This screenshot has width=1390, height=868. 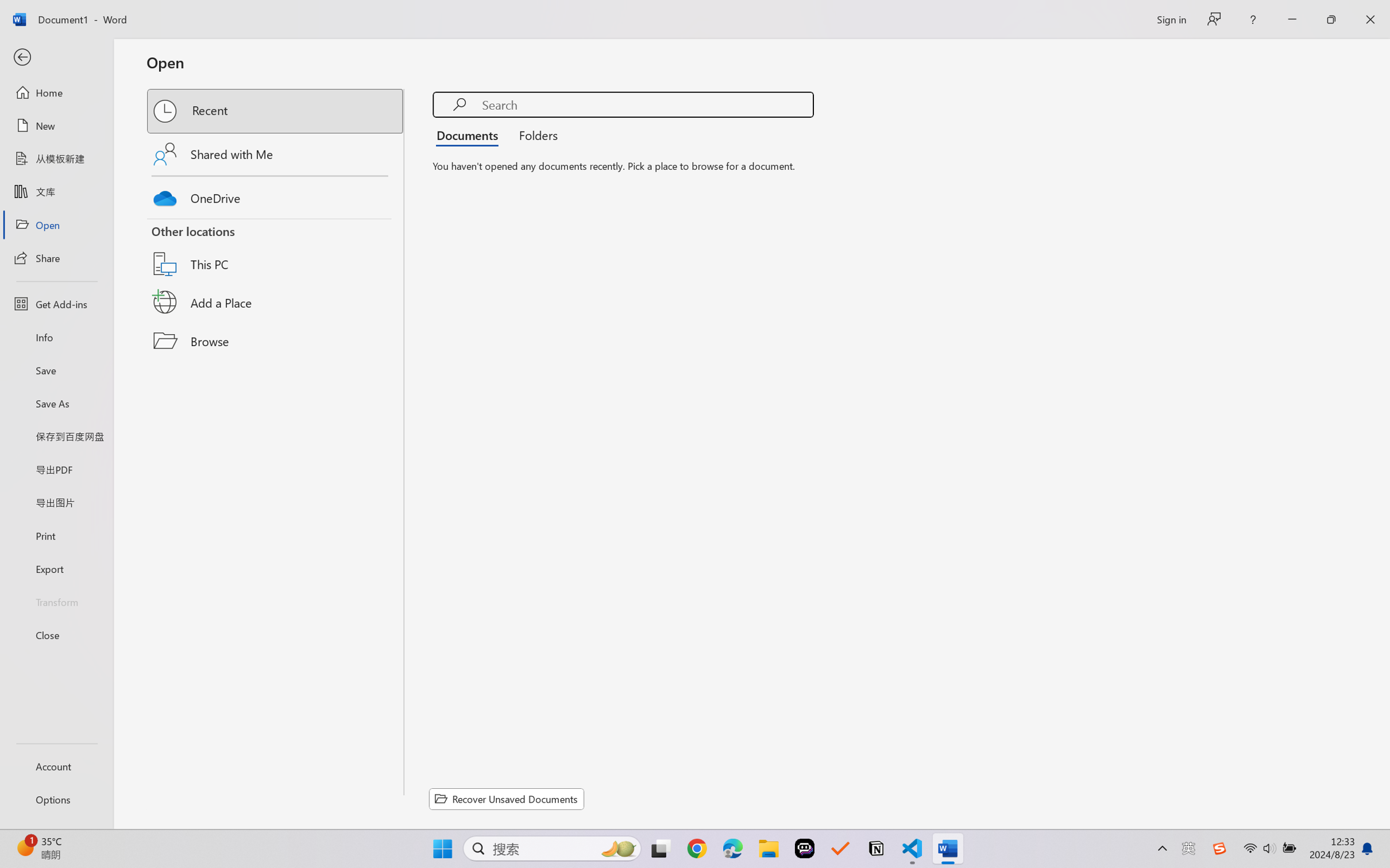 What do you see at coordinates (56, 403) in the screenshot?
I see `'Save As'` at bounding box center [56, 403].